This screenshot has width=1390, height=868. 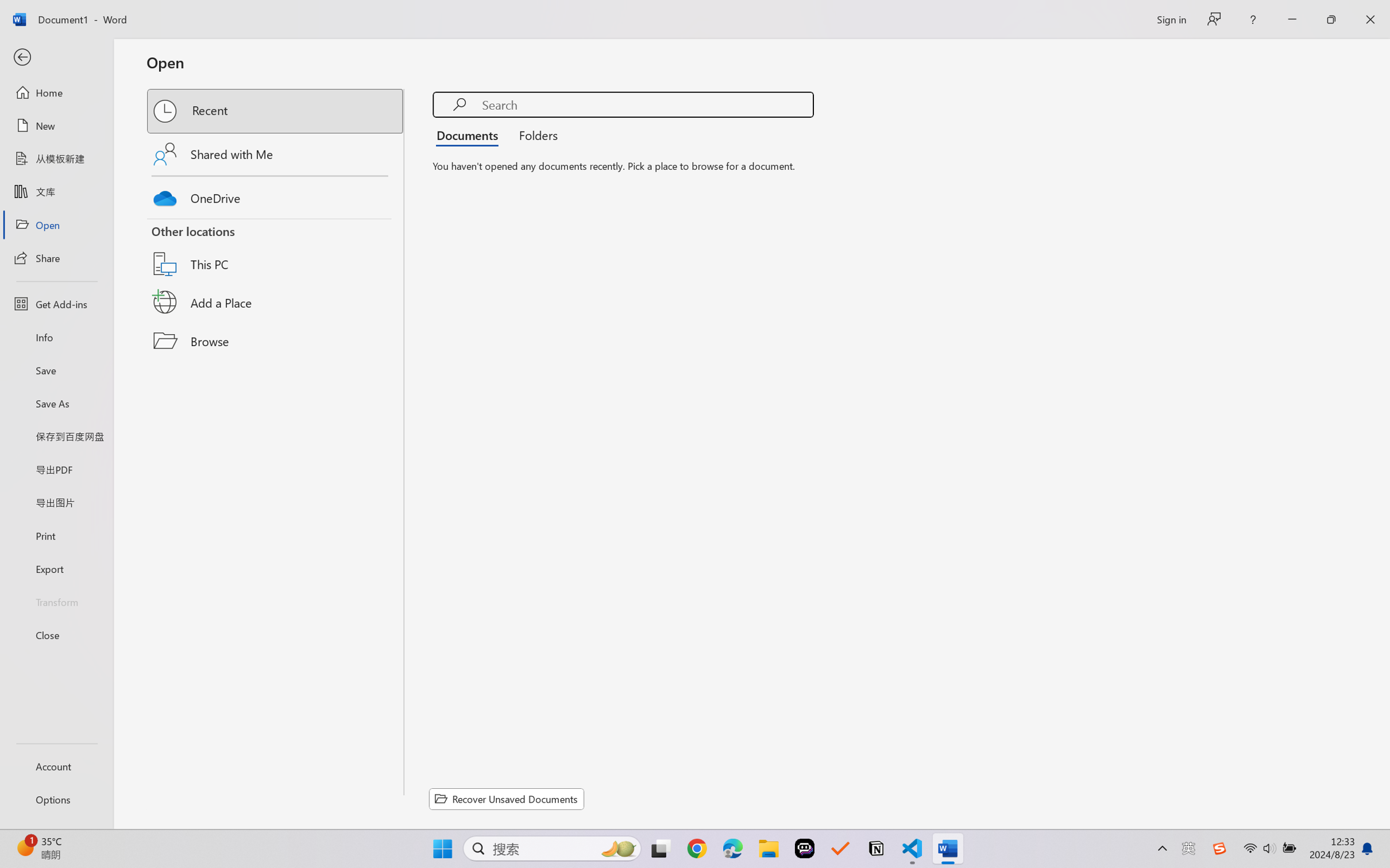 What do you see at coordinates (56, 403) in the screenshot?
I see `'Save As'` at bounding box center [56, 403].